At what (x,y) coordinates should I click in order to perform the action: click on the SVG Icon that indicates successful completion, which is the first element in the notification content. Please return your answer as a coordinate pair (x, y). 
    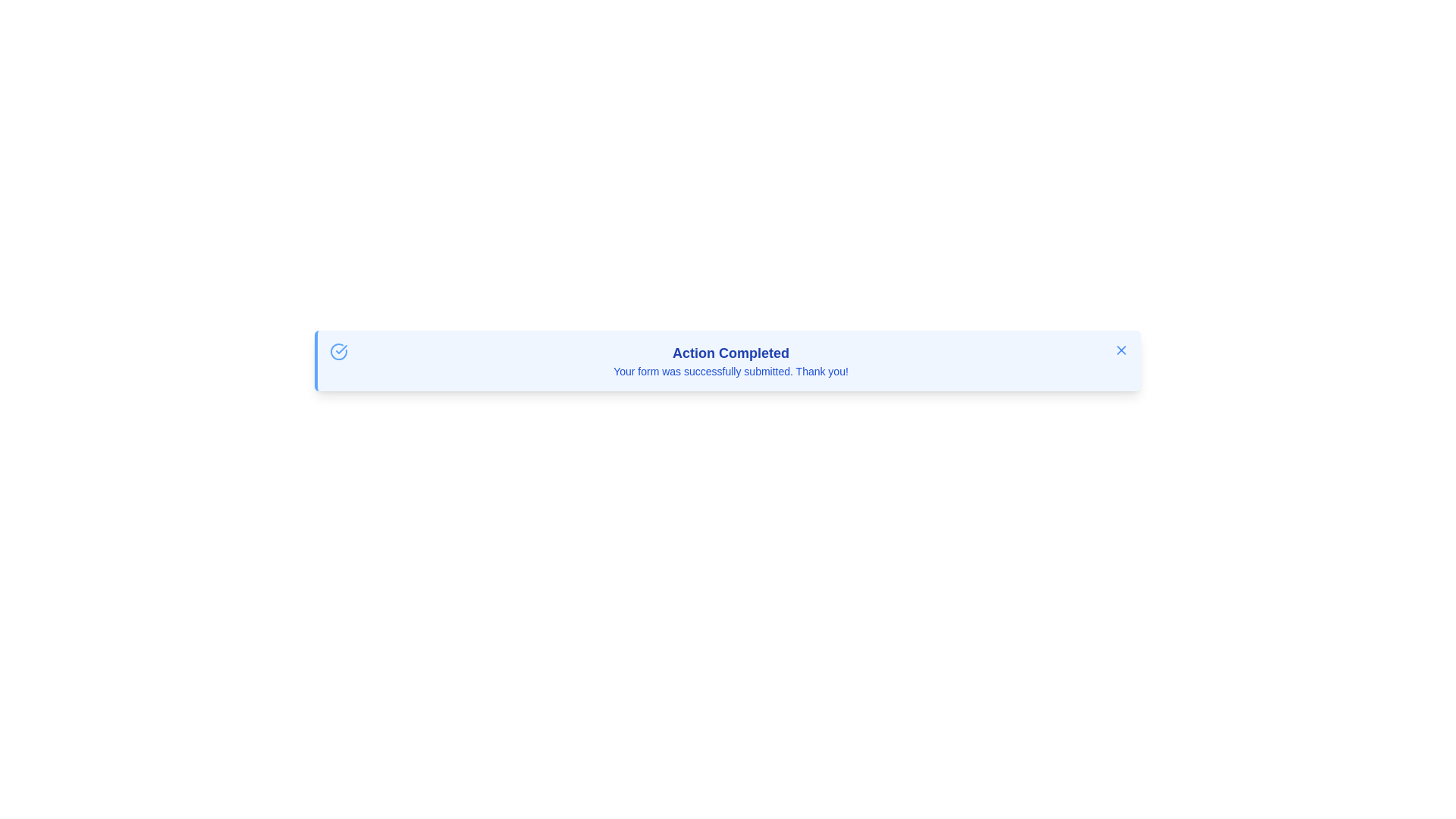
    Looking at the image, I should click on (337, 351).